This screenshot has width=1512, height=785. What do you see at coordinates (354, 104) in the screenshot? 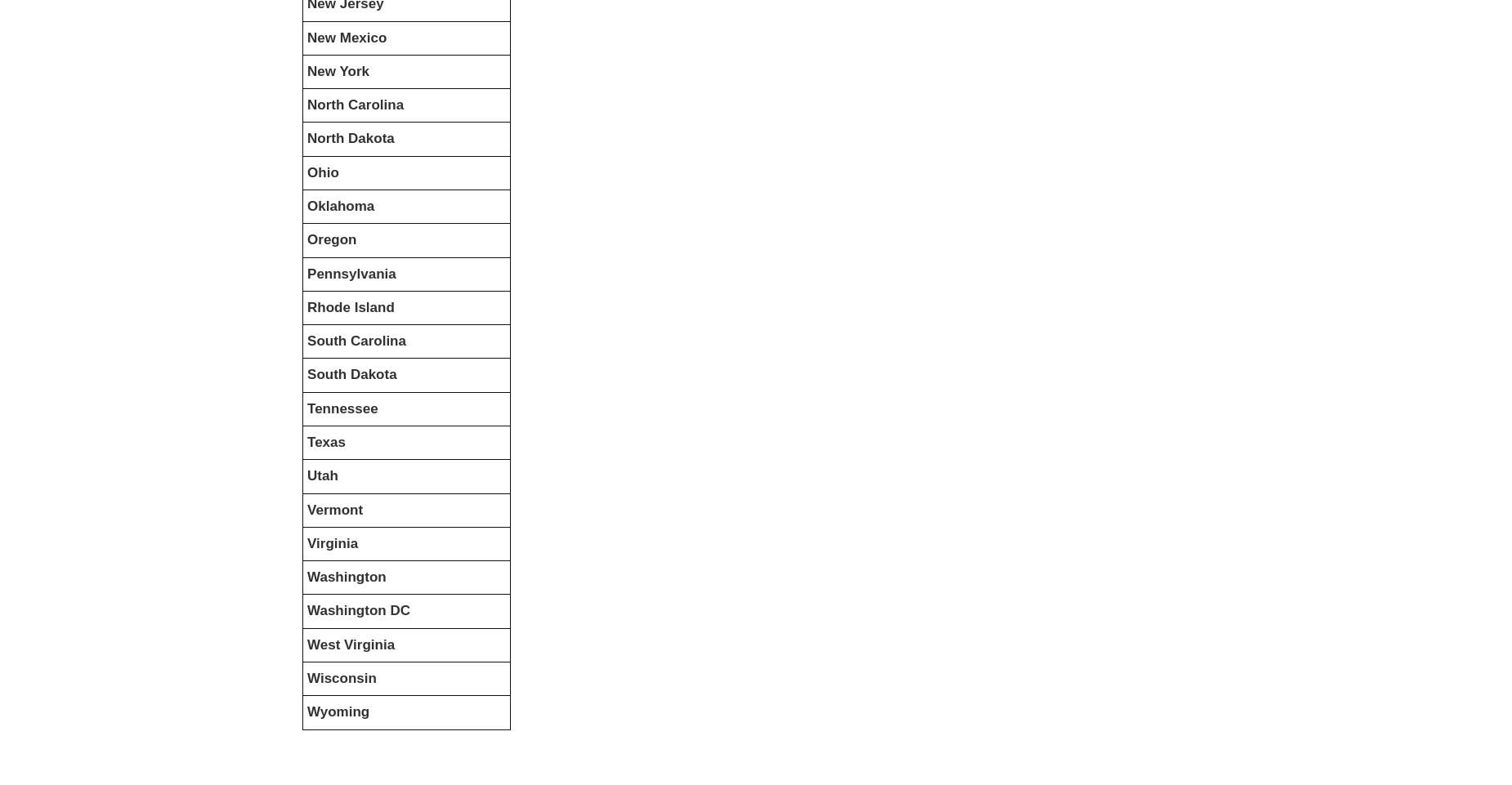
I see `'North Carolina'` at bounding box center [354, 104].